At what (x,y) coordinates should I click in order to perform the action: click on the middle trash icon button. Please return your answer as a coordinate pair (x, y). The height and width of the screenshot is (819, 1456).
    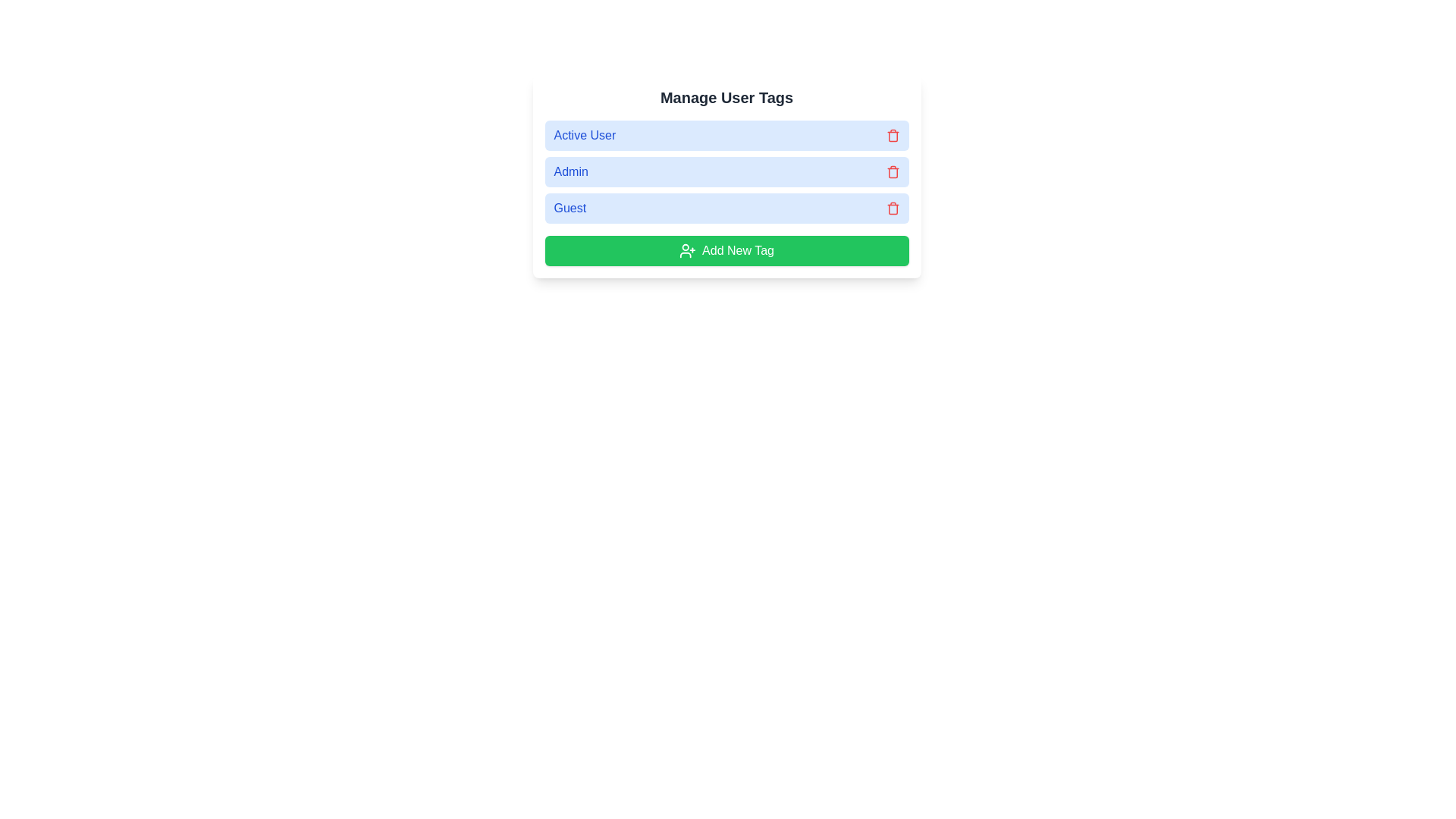
    Looking at the image, I should click on (893, 171).